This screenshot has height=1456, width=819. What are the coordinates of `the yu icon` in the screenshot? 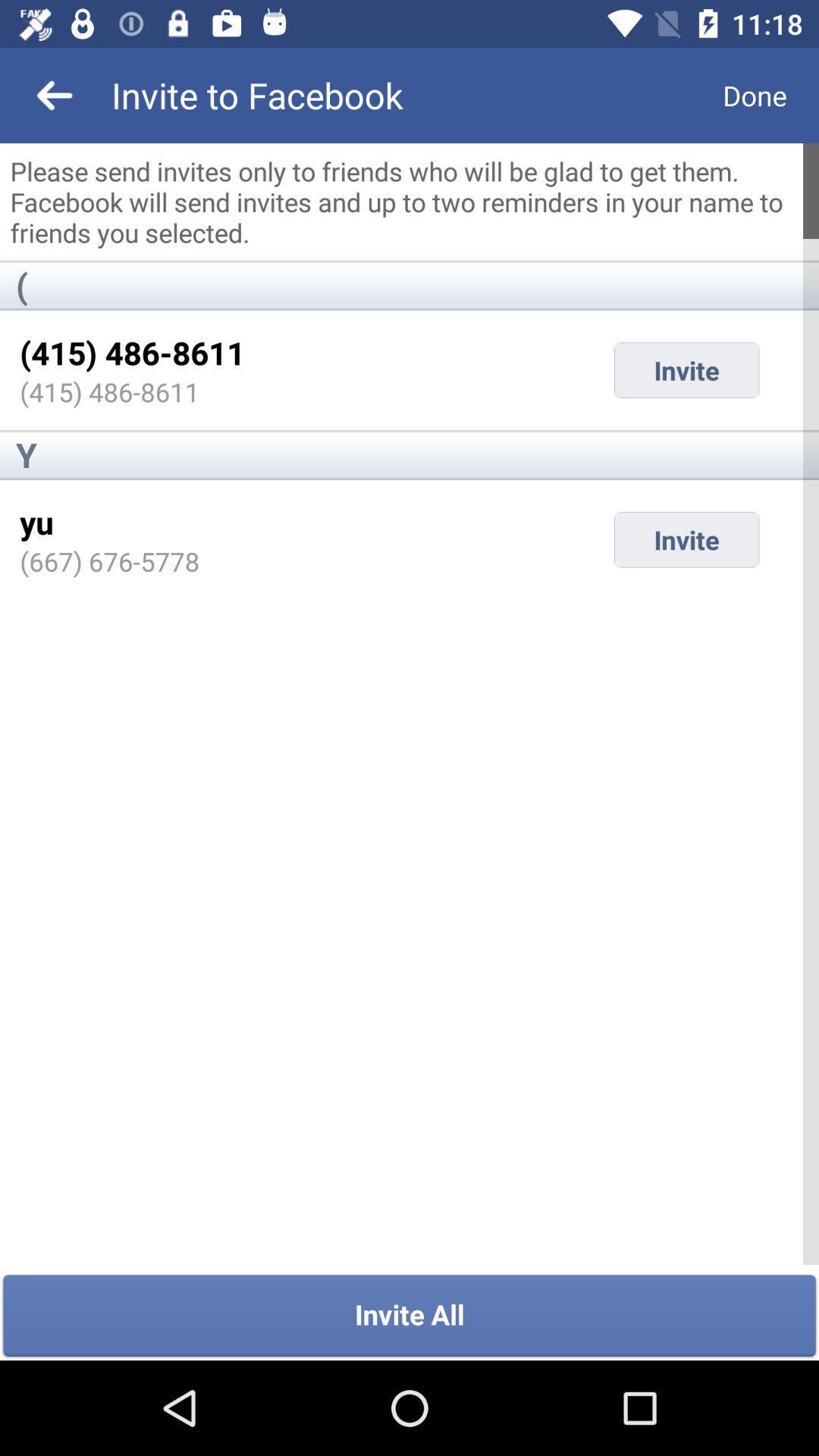 It's located at (36, 522).